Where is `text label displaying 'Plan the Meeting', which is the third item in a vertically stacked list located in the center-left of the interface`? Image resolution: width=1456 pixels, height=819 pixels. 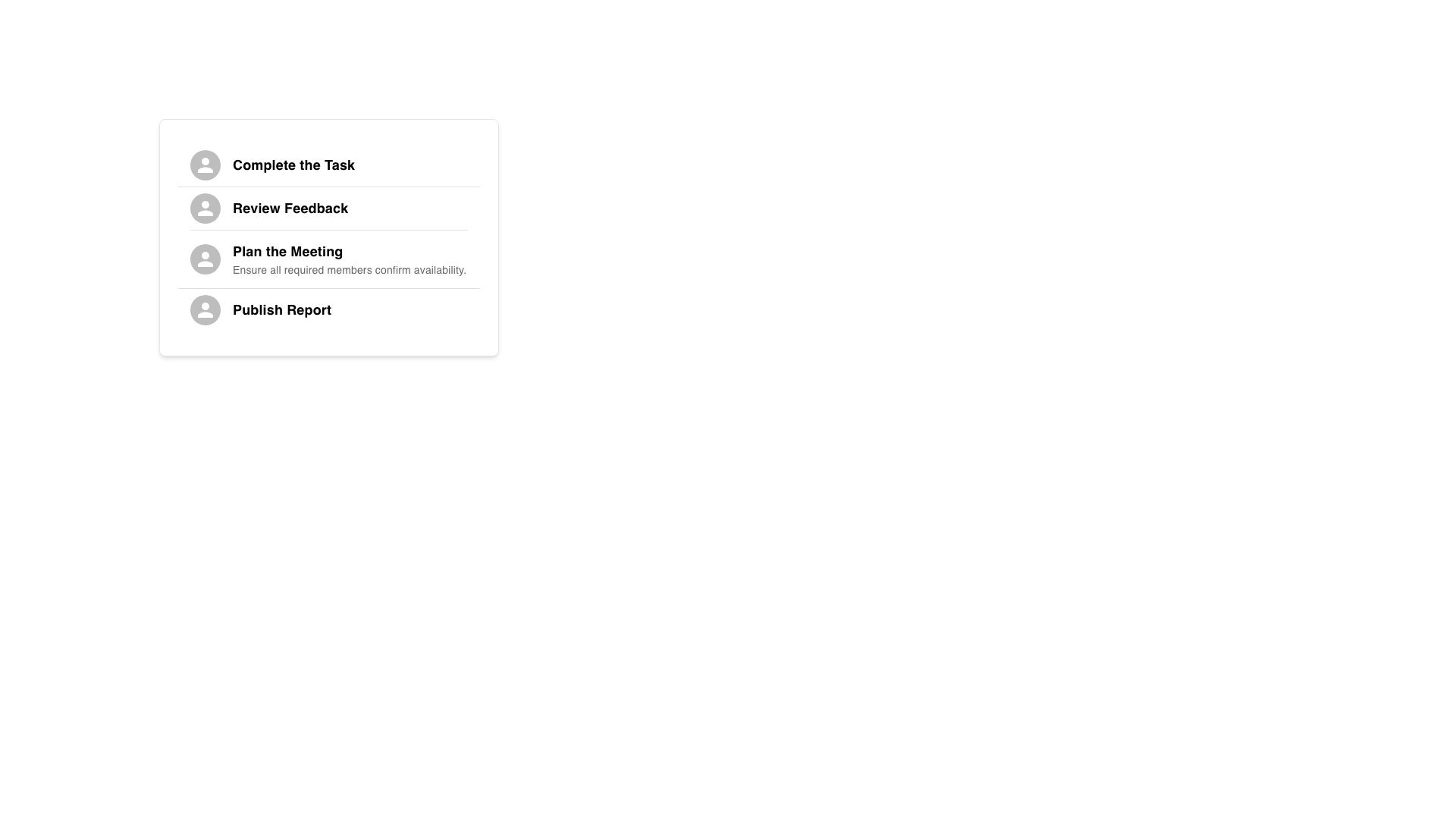 text label displaying 'Plan the Meeting', which is the third item in a vertically stacked list located in the center-left of the interface is located at coordinates (287, 250).